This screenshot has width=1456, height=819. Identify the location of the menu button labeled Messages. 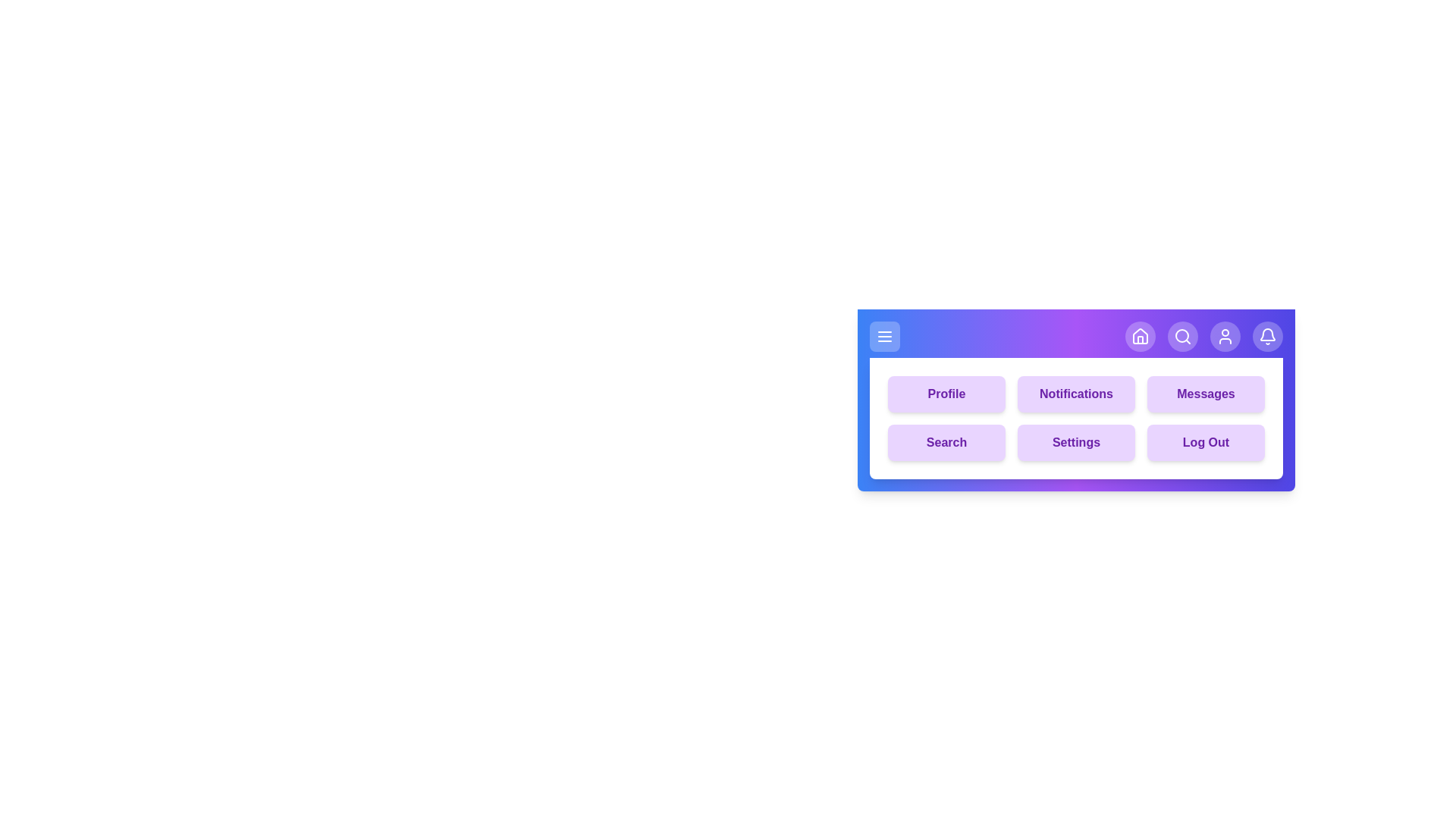
(1205, 394).